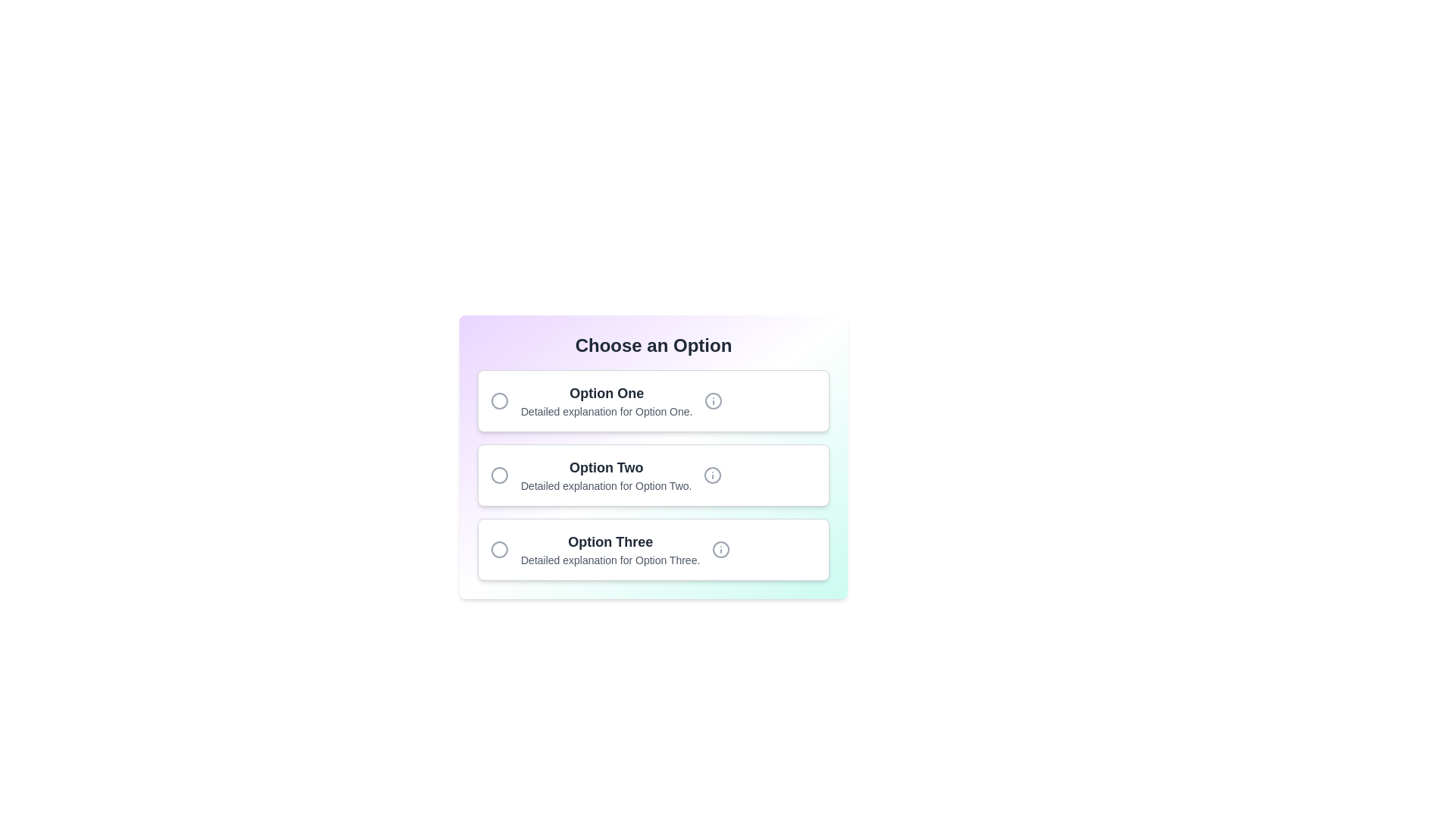 The width and height of the screenshot is (1456, 819). What do you see at coordinates (654, 400) in the screenshot?
I see `the first Option card in the vertical list by` at bounding box center [654, 400].